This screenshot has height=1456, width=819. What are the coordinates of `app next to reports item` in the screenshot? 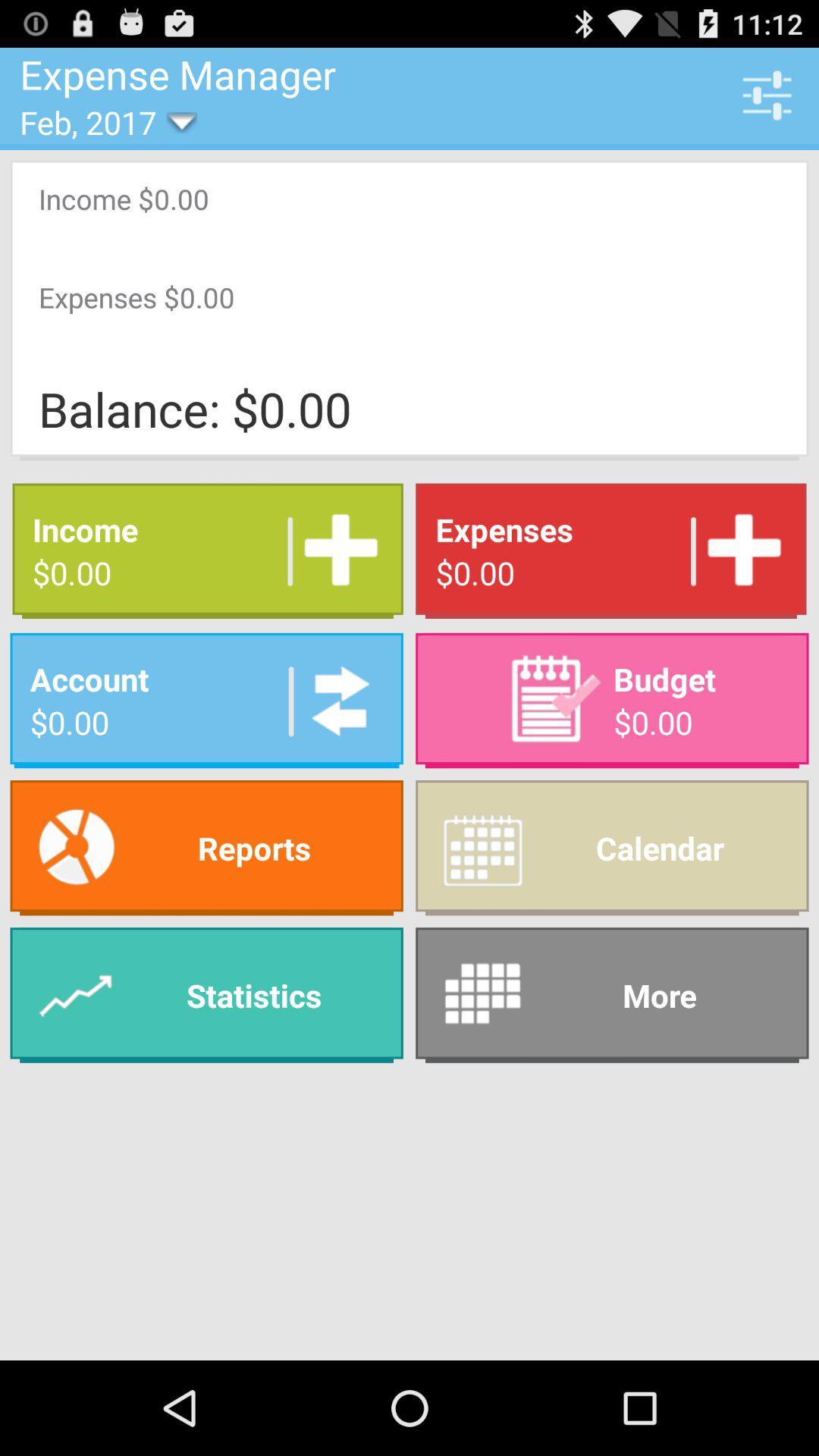 It's located at (611, 847).